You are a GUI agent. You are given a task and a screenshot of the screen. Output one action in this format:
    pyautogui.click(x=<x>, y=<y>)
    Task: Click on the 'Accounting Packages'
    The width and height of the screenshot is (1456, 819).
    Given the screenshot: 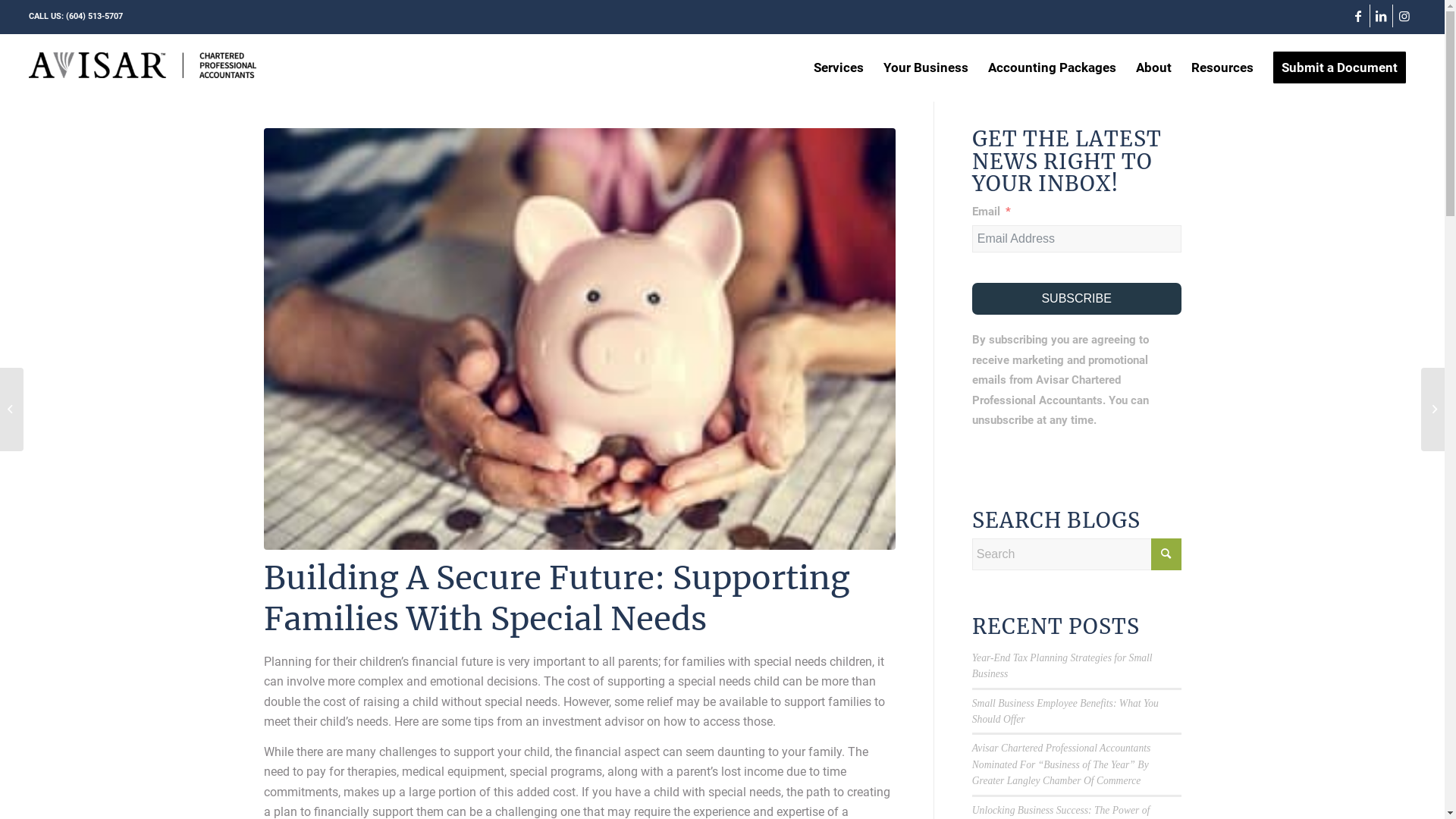 What is the action you would take?
    pyautogui.click(x=1051, y=66)
    